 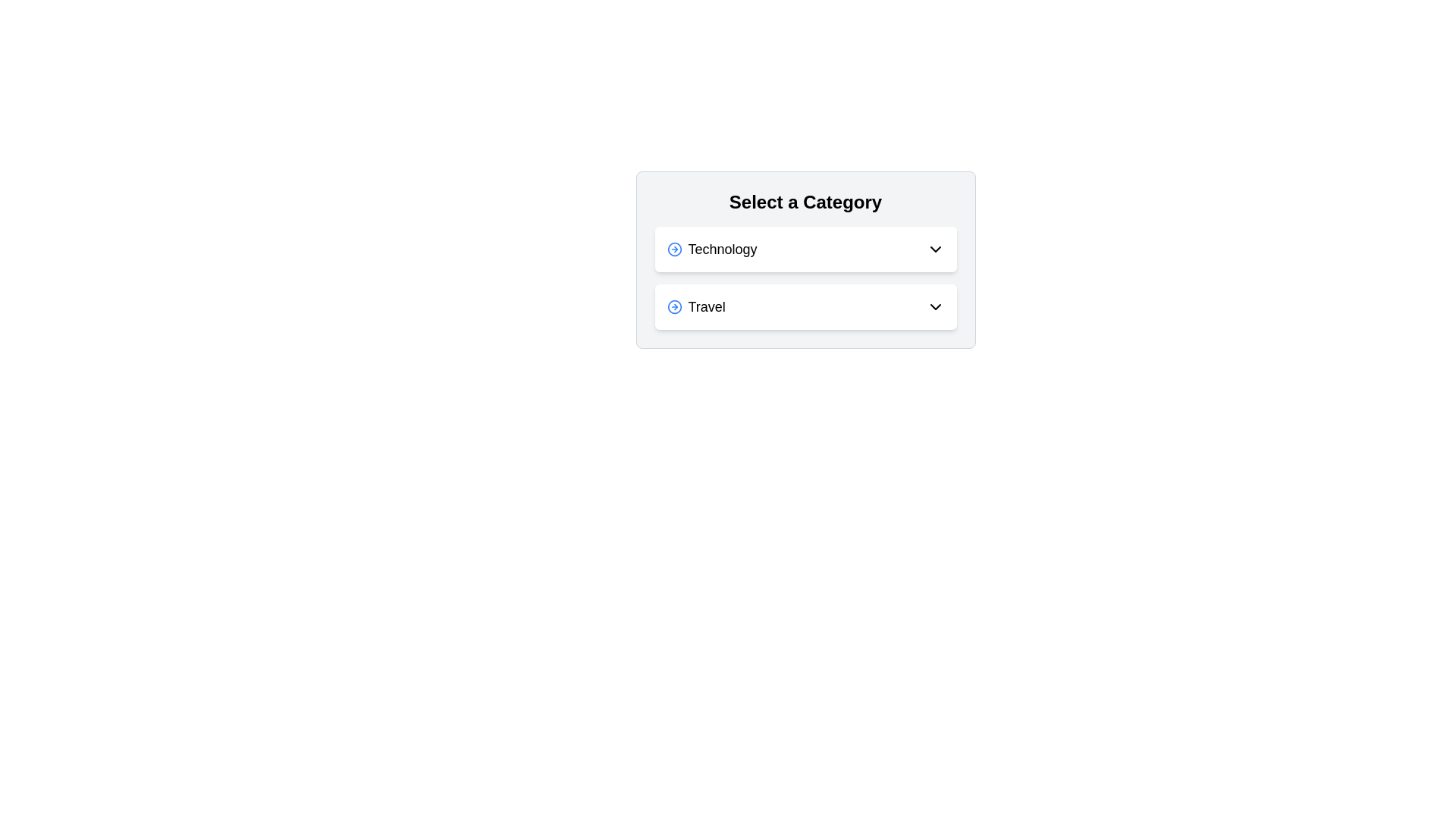 I want to click on the circular graphical element that is filled with blue and has a white center, part of the right-pointing arrow graphic next to the 'Technology' label in the category selection interface, so click(x=673, y=307).